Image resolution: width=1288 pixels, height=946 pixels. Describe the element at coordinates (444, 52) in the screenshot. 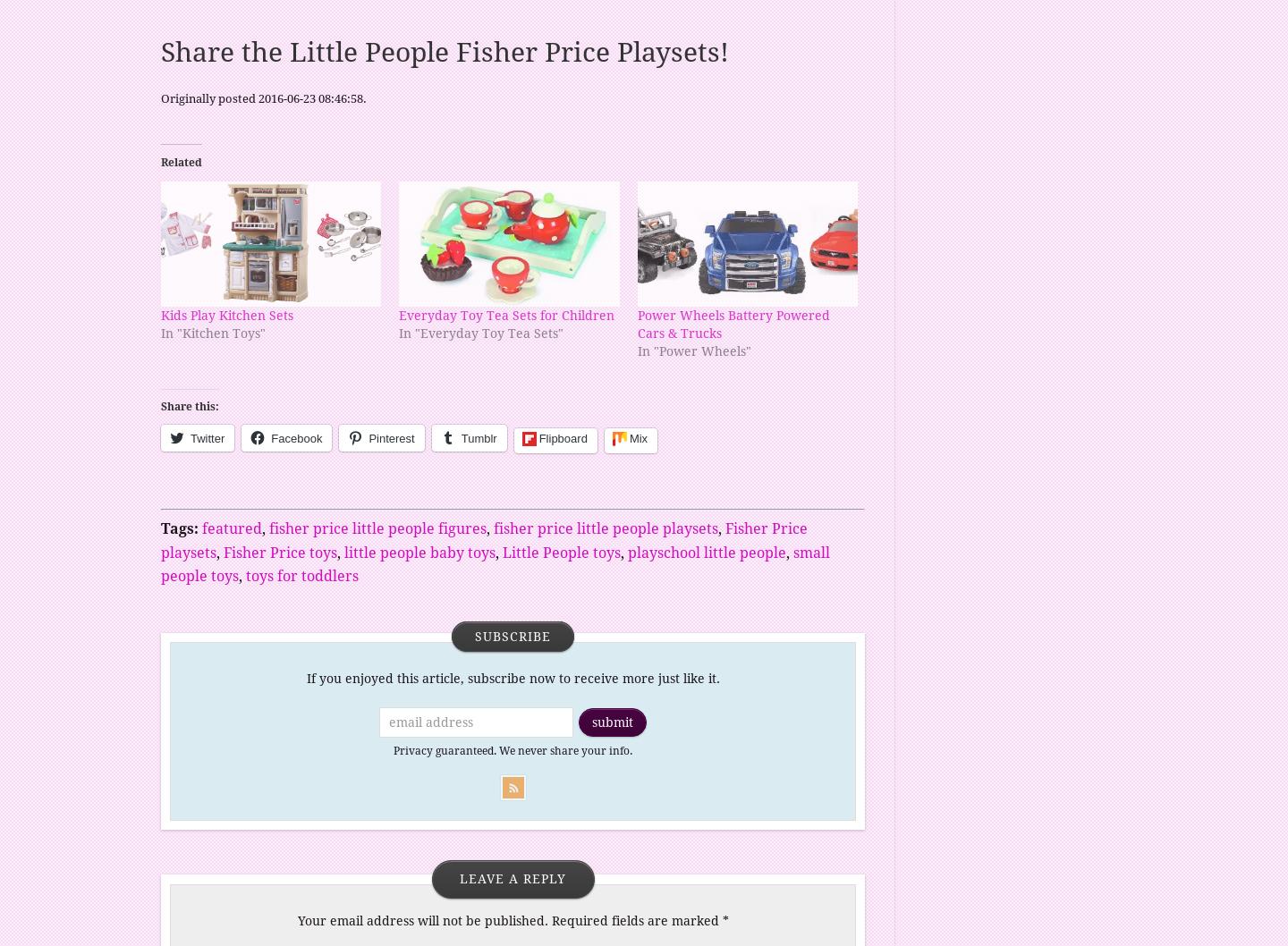

I see `'Share the Little People Fisher Price Playsets!'` at that location.